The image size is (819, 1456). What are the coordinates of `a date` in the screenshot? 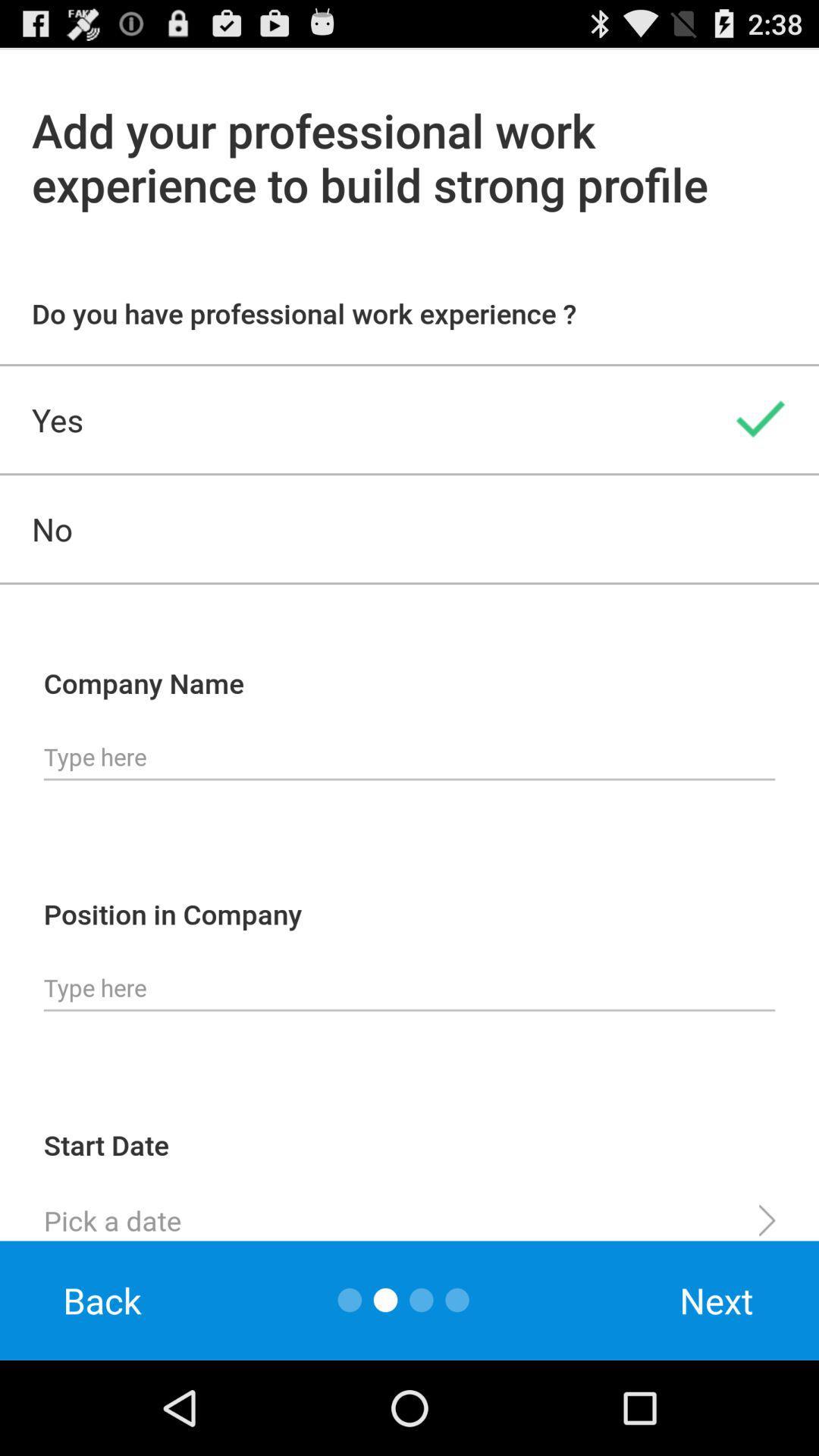 It's located at (409, 1214).